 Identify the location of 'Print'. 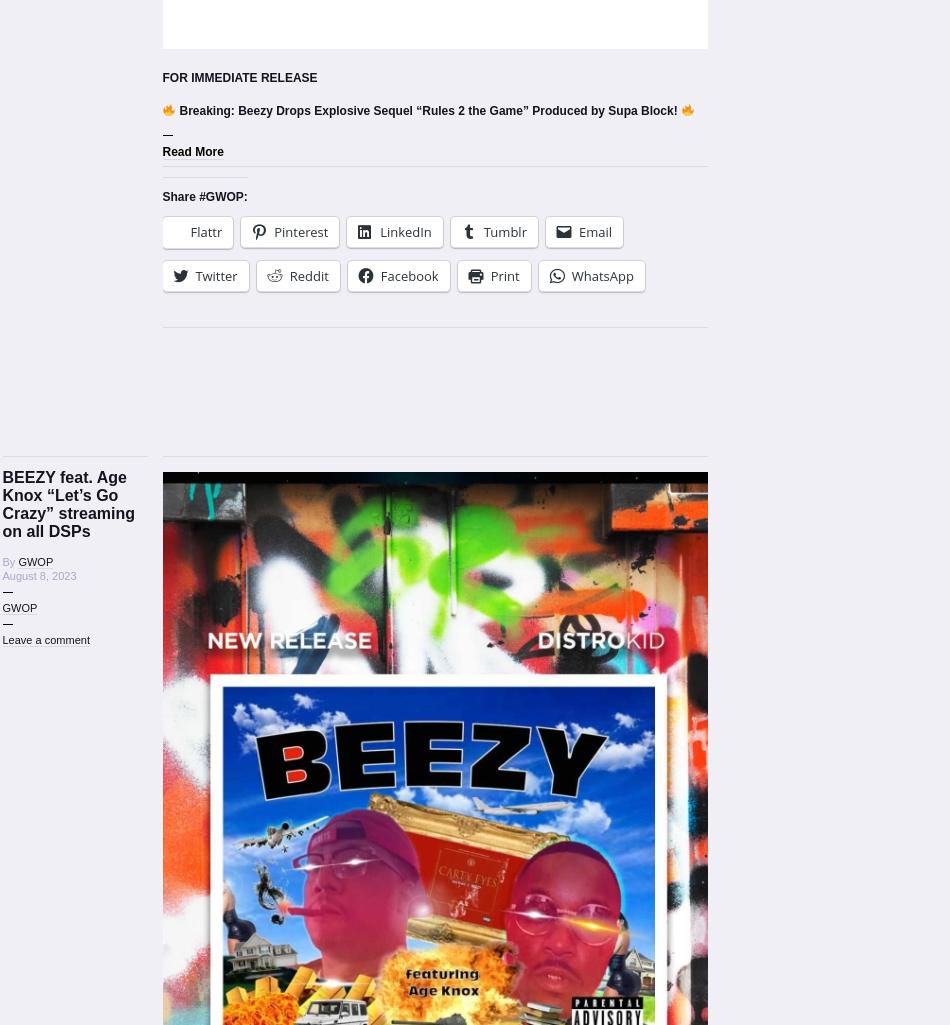
(504, 274).